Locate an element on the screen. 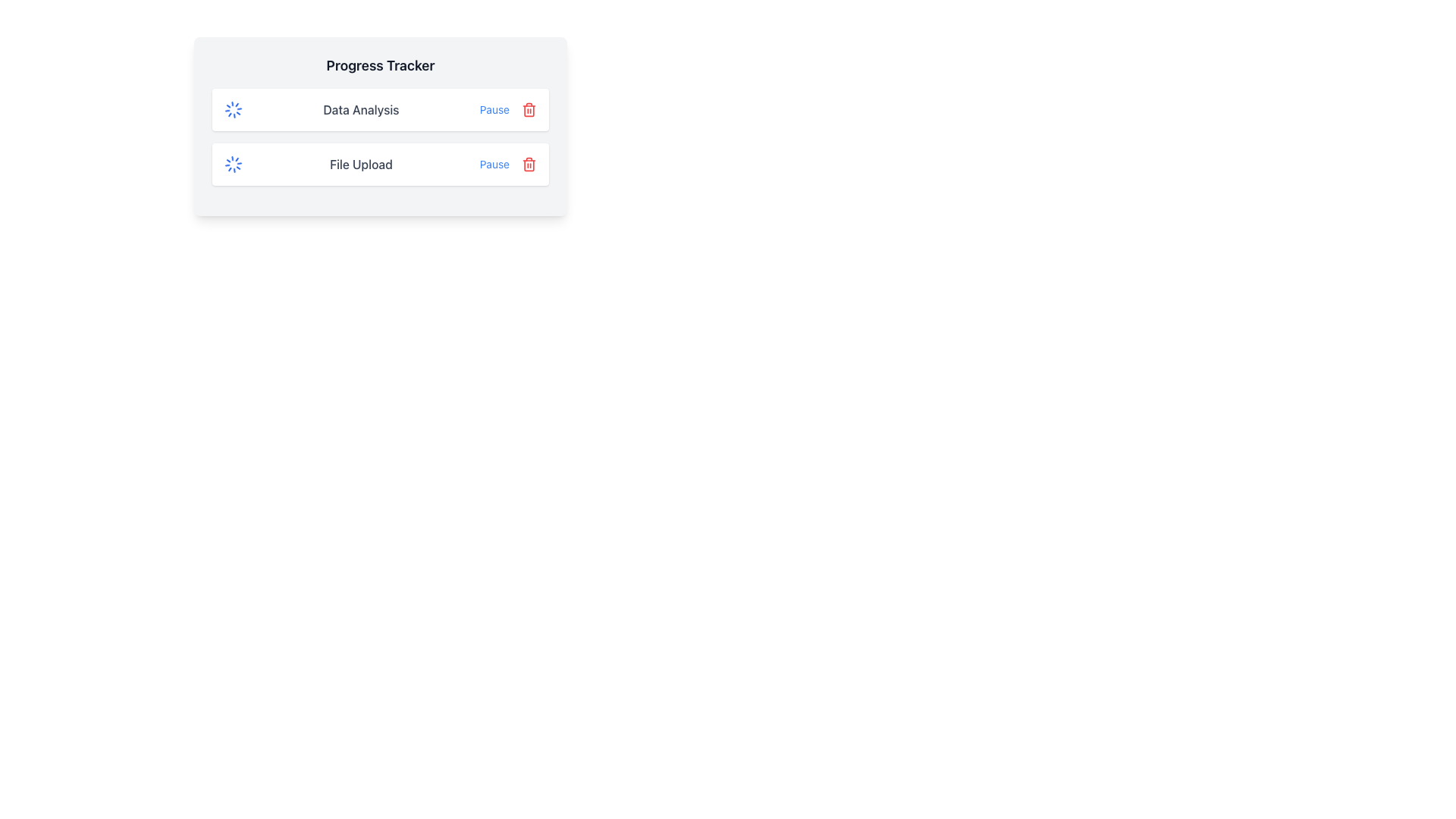 The height and width of the screenshot is (819, 1456). the small red trash icon located to the far right of the 'Data Analysis' section in the 'Progress Tracker' is located at coordinates (529, 109).